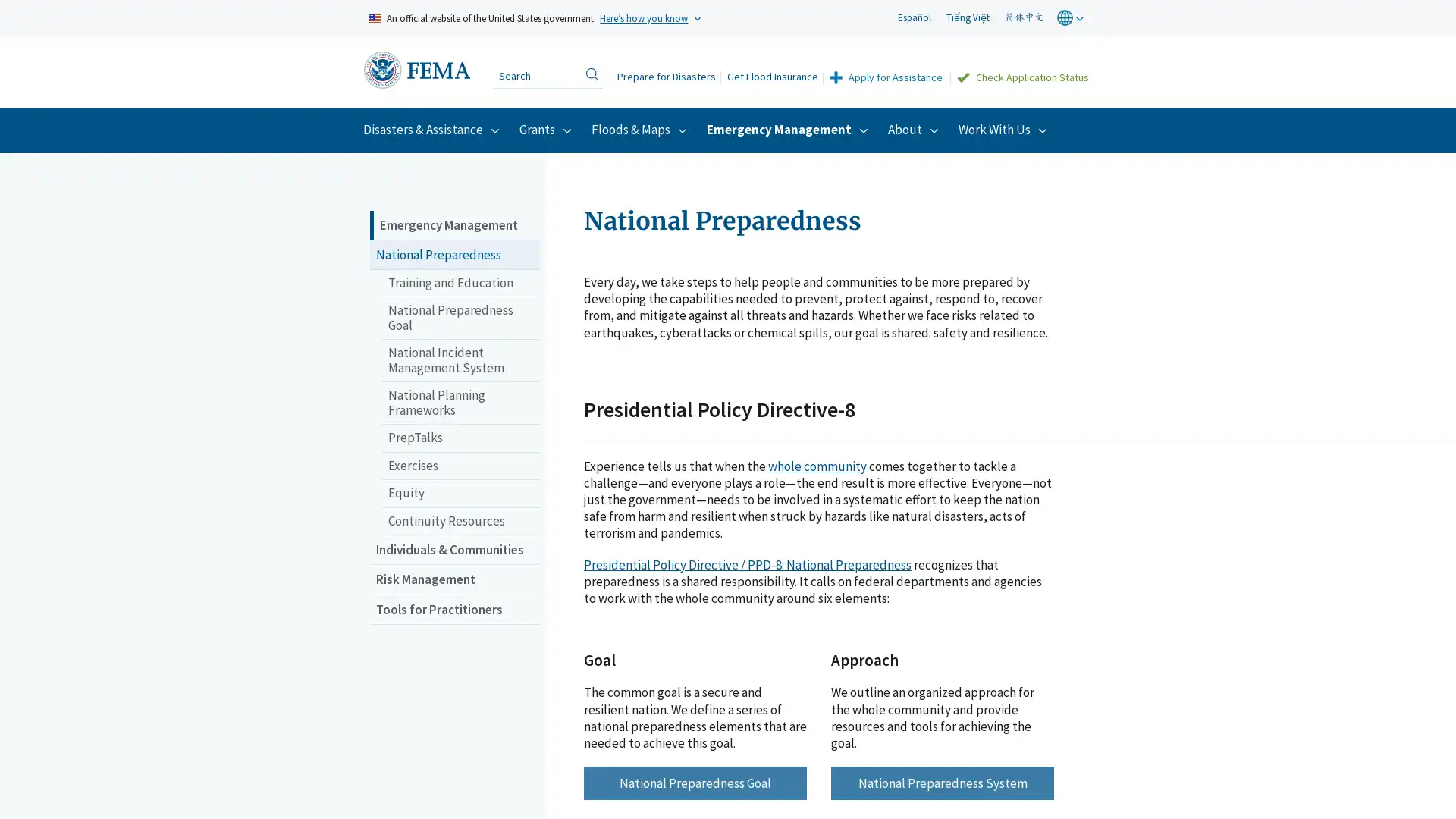 Image resolution: width=1456 pixels, height=819 pixels. Describe the element at coordinates (915, 128) in the screenshot. I see `About` at that location.